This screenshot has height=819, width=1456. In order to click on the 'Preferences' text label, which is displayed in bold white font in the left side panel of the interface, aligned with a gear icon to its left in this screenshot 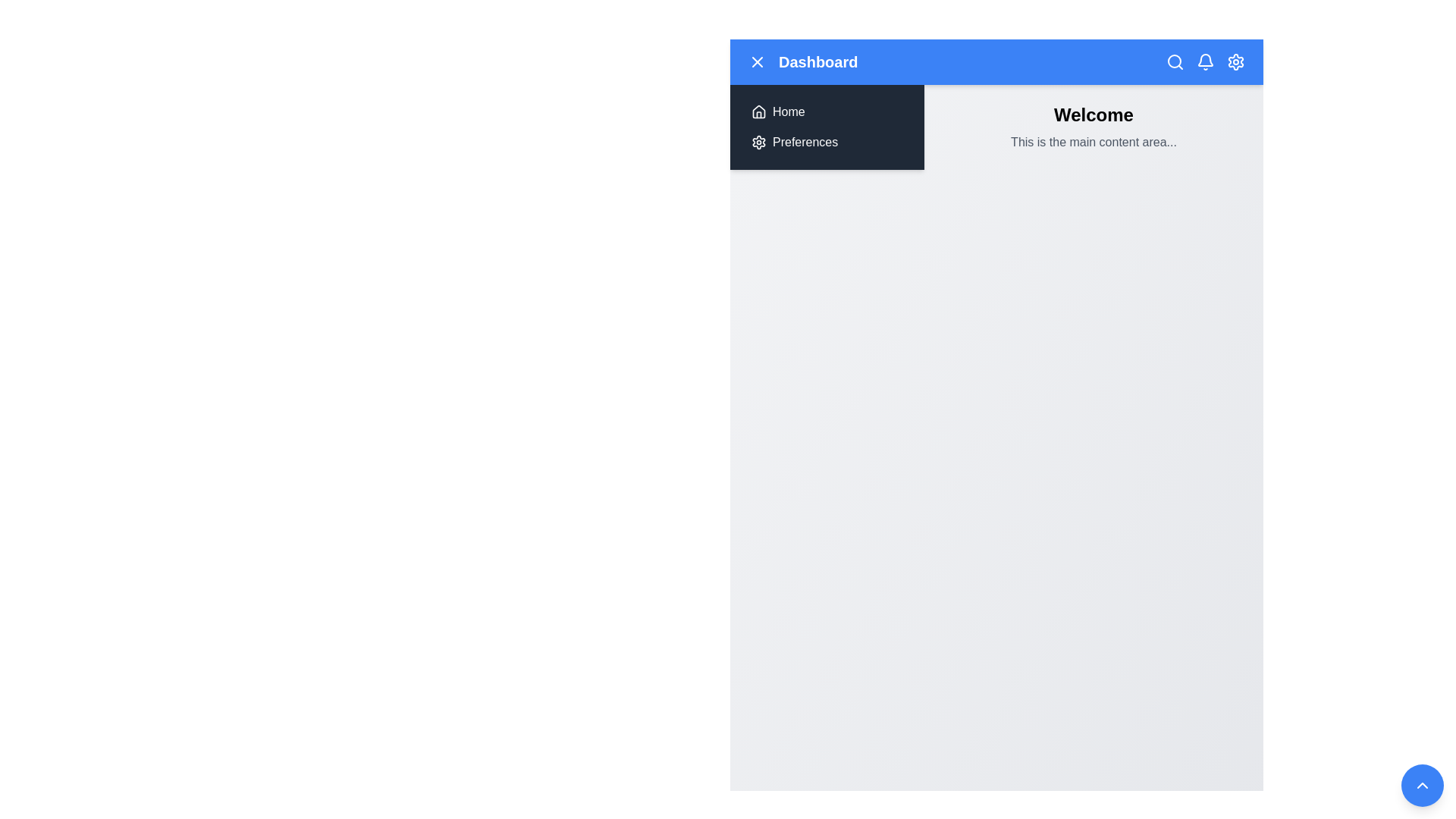, I will do `click(805, 143)`.